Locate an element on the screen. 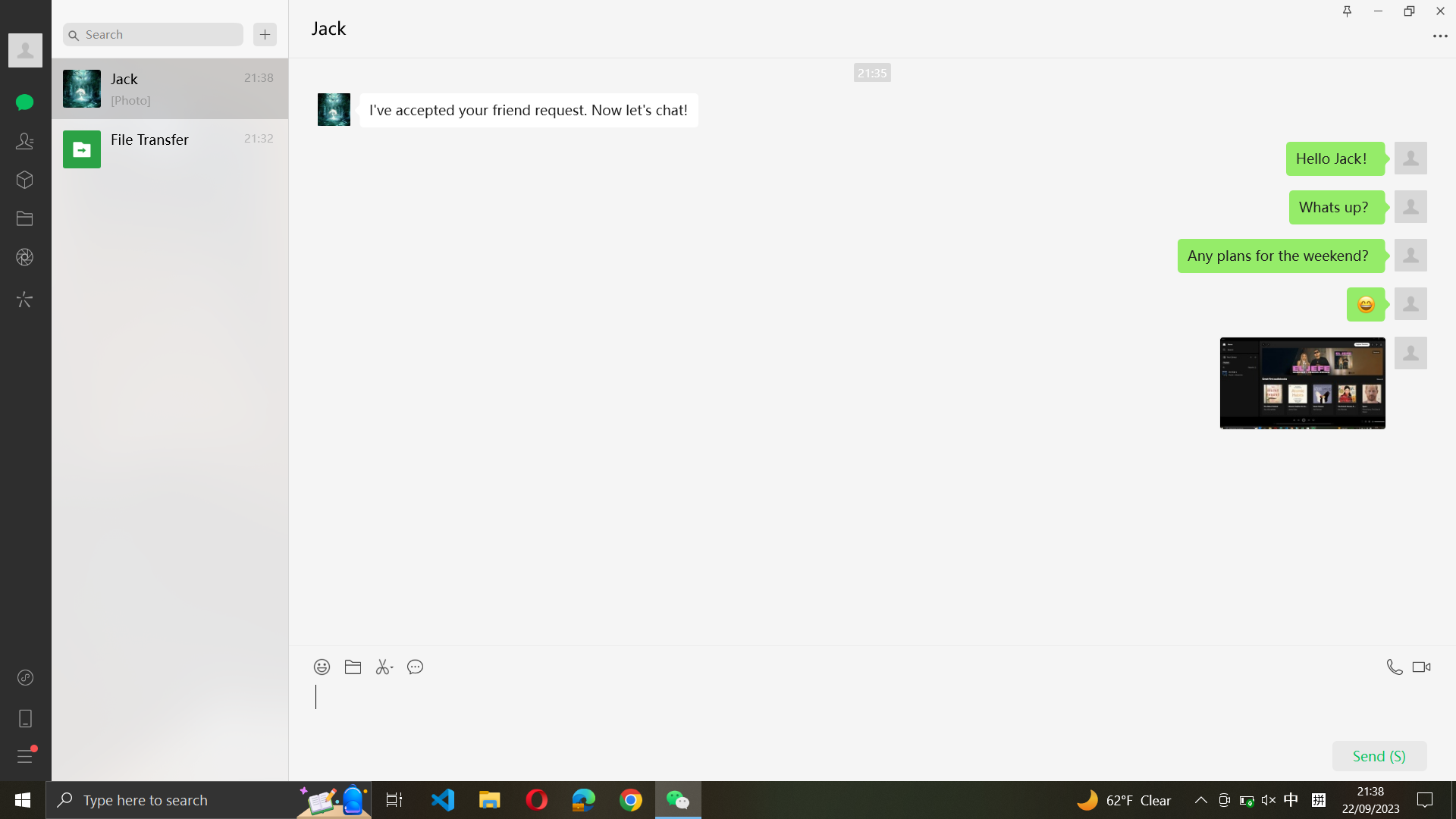 Image resolution: width=1456 pixels, height=819 pixels. the second contact in the contacts tab is located at coordinates (25, 140).